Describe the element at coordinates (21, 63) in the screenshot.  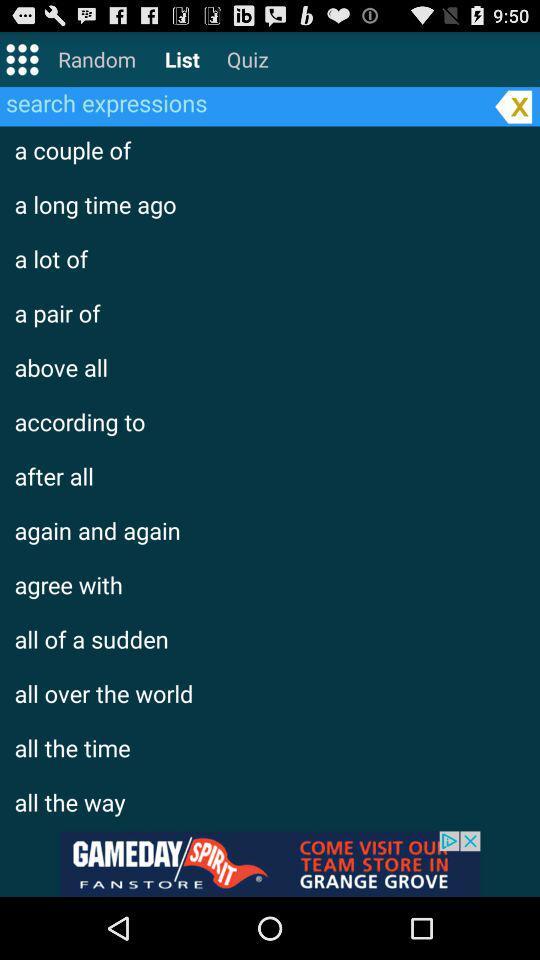
I see `the dialpad icon` at that location.